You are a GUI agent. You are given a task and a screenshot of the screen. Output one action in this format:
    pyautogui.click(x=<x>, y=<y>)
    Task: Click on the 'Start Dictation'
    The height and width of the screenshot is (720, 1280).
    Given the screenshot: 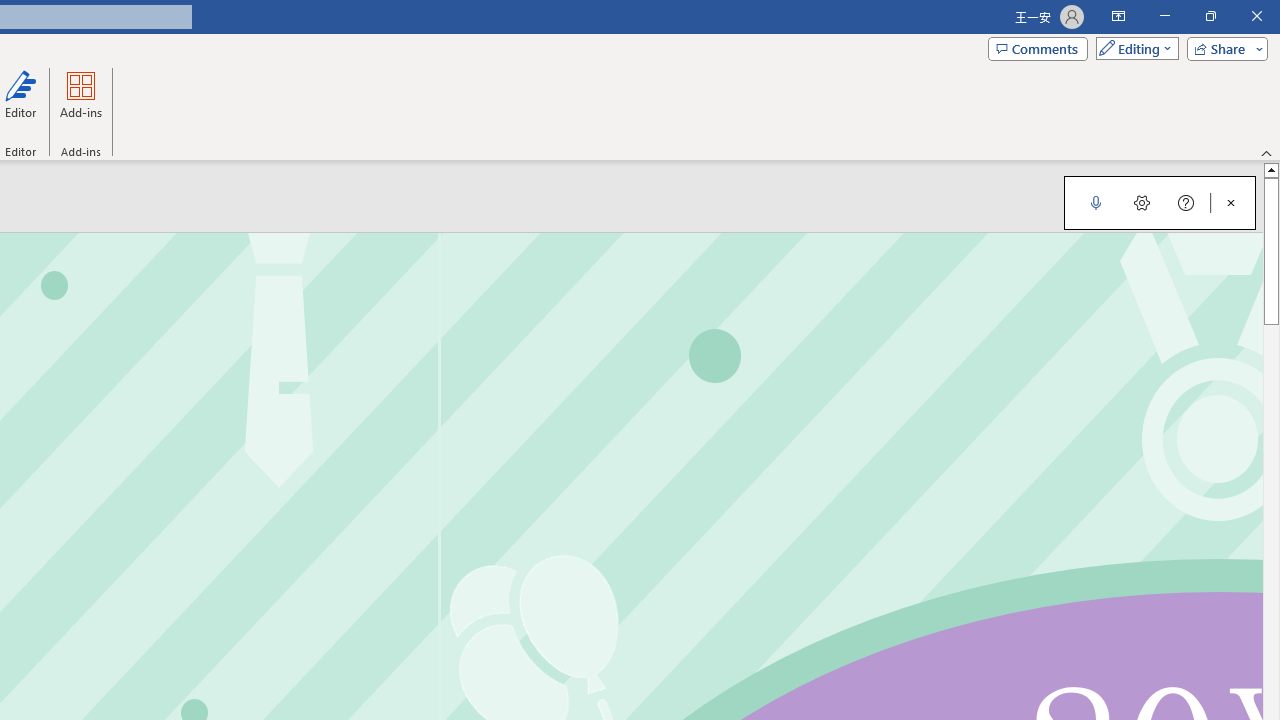 What is the action you would take?
    pyautogui.click(x=1095, y=203)
    